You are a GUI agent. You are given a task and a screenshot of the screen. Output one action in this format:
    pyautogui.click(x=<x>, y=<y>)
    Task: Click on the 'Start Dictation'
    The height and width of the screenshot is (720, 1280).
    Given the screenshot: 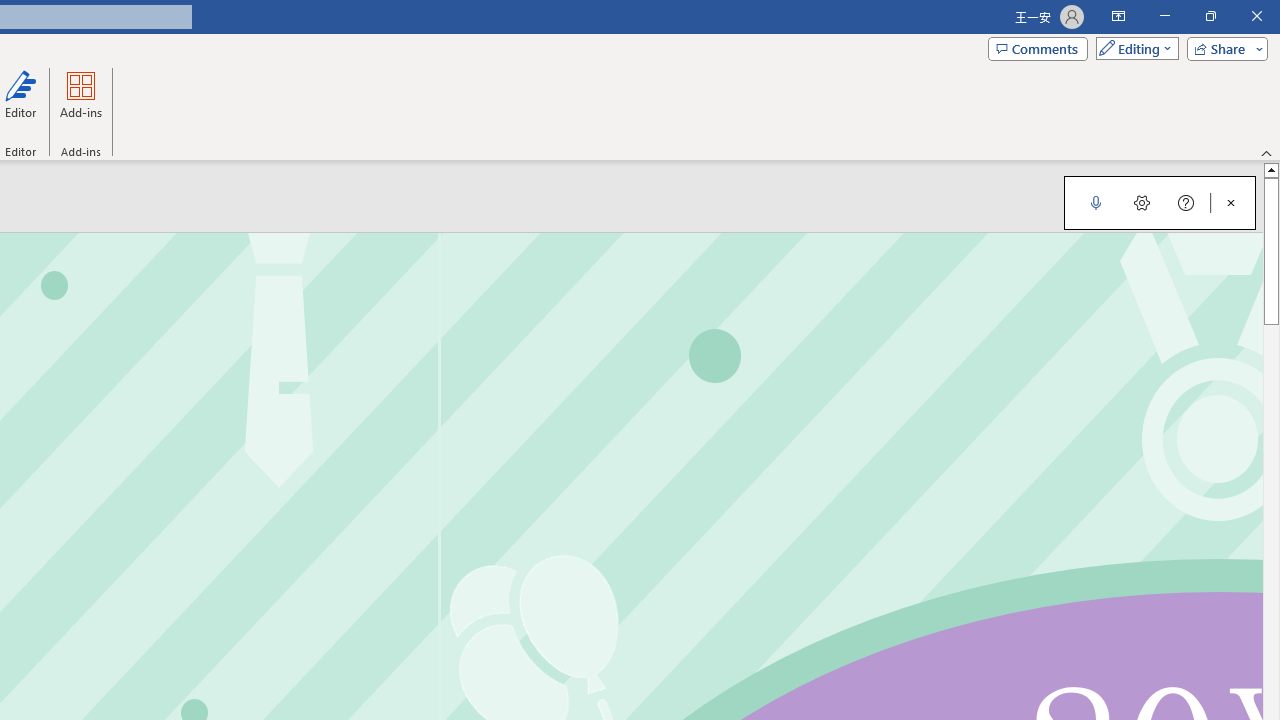 What is the action you would take?
    pyautogui.click(x=1095, y=203)
    